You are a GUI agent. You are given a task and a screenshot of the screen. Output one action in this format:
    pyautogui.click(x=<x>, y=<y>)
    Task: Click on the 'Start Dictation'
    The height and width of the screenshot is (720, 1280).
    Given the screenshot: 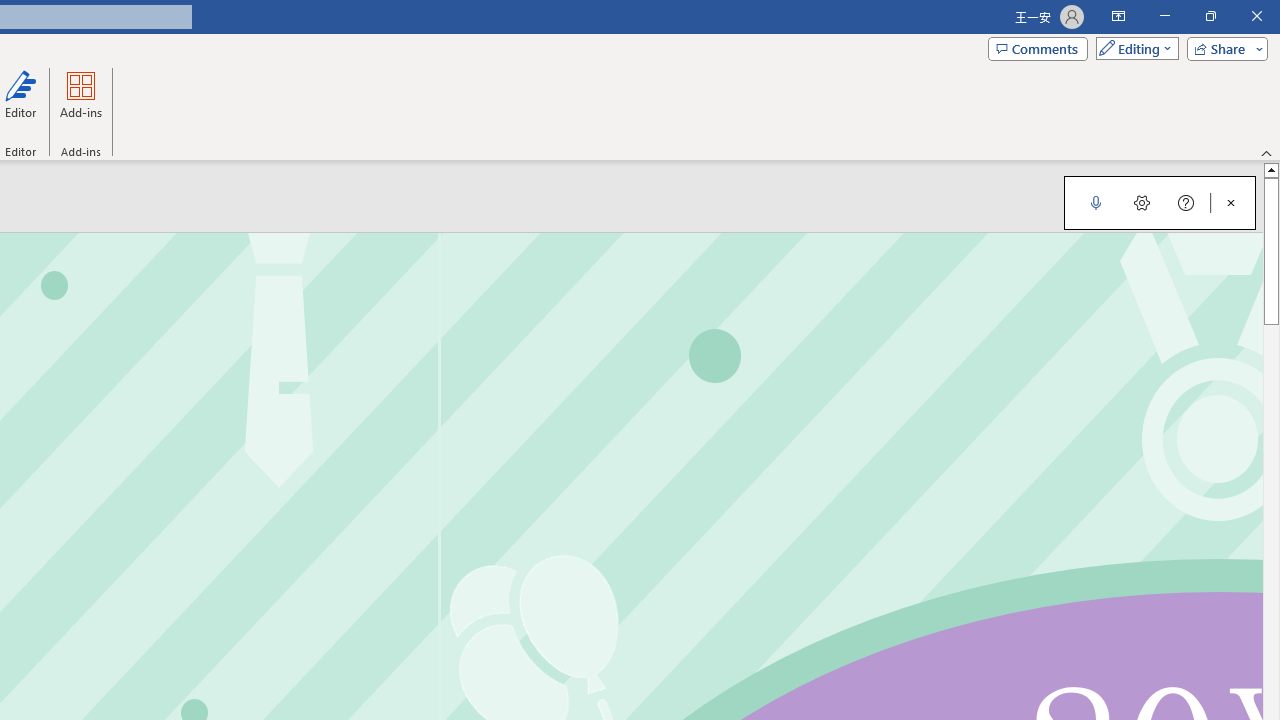 What is the action you would take?
    pyautogui.click(x=1095, y=203)
    